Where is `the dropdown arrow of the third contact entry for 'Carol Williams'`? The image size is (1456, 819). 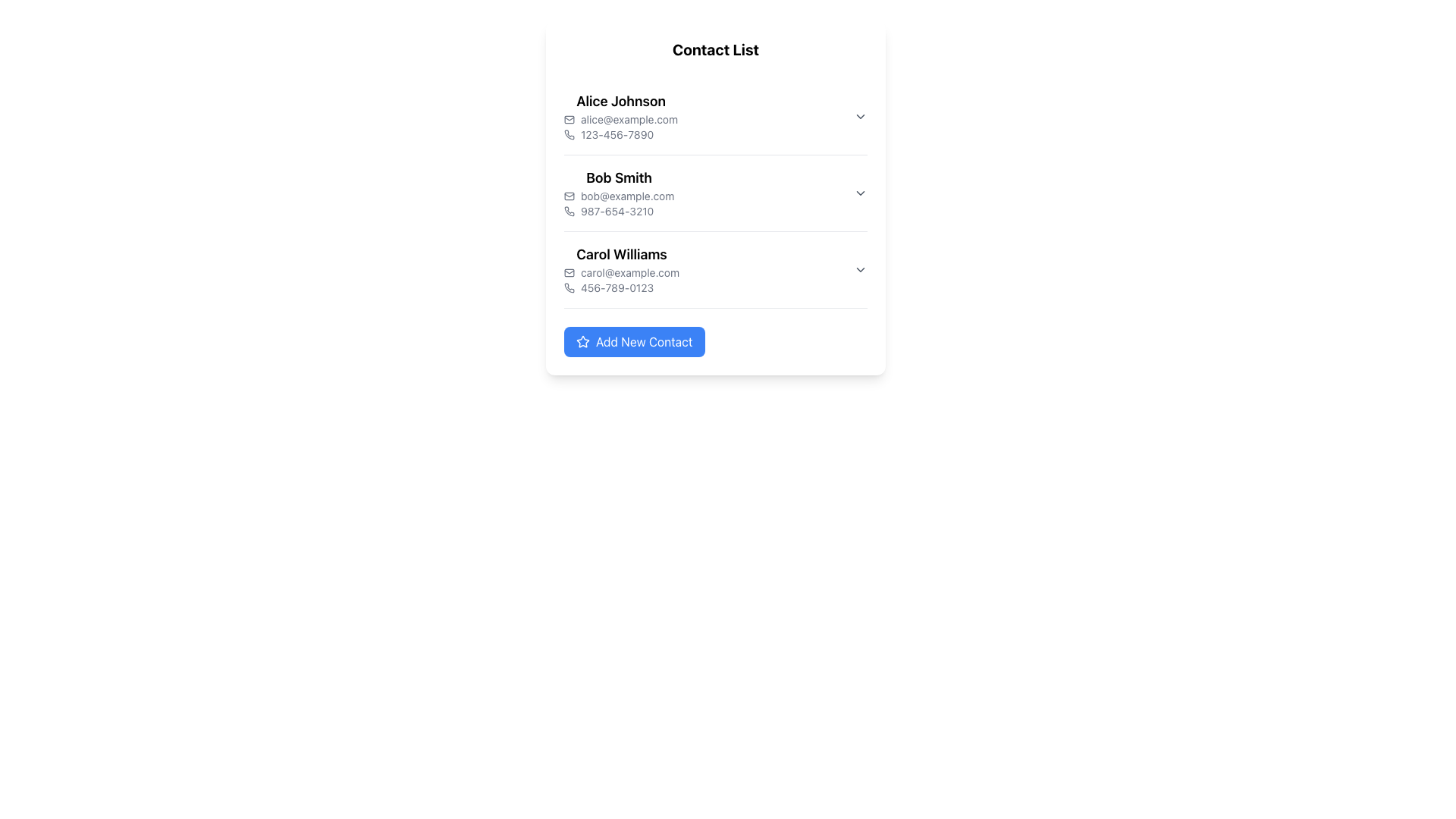
the dropdown arrow of the third contact entry for 'Carol Williams' is located at coordinates (715, 268).